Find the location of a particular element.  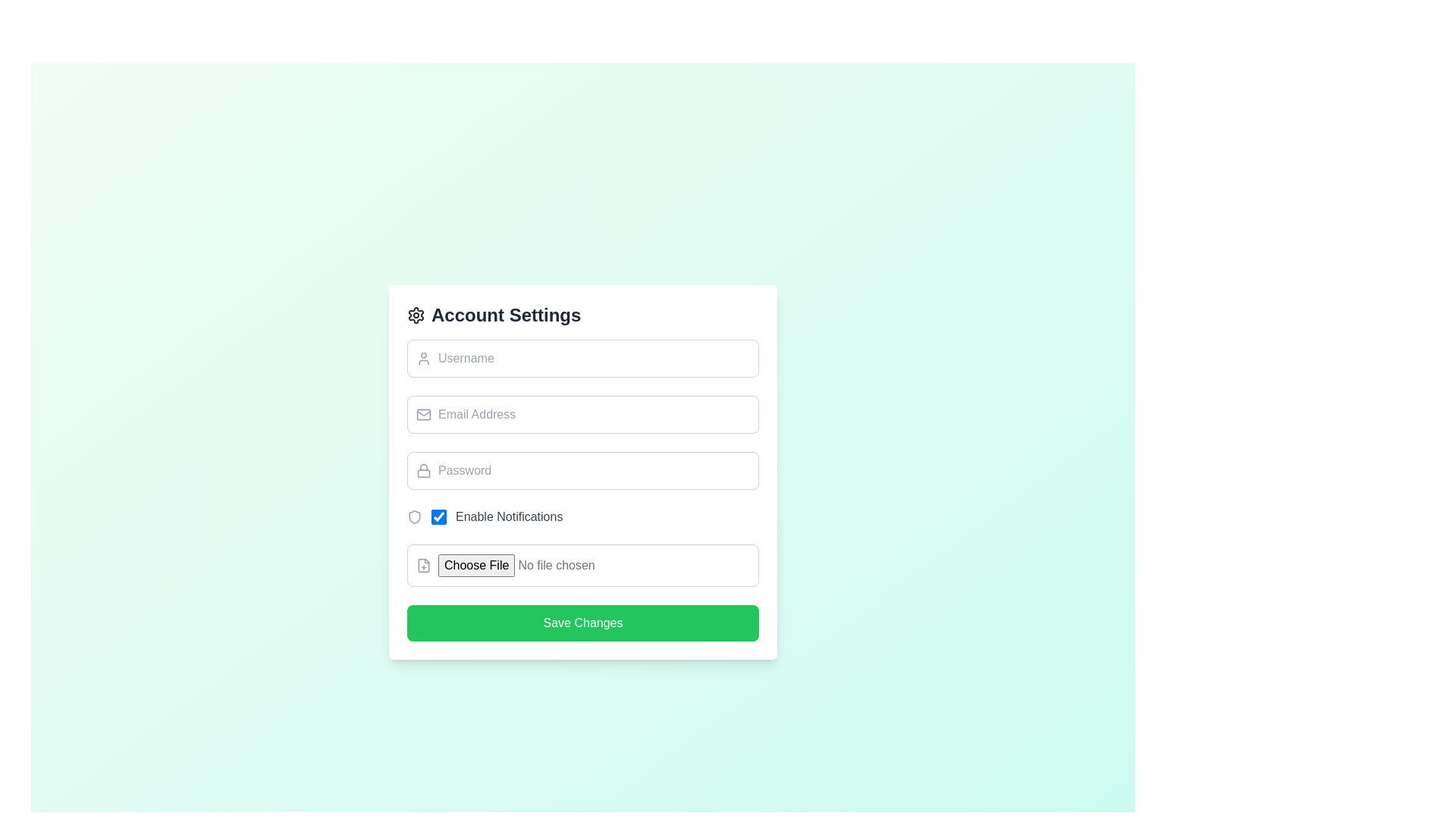

the Decorative Icon located inside the Email Address input field, positioned to the left of the field is located at coordinates (423, 415).